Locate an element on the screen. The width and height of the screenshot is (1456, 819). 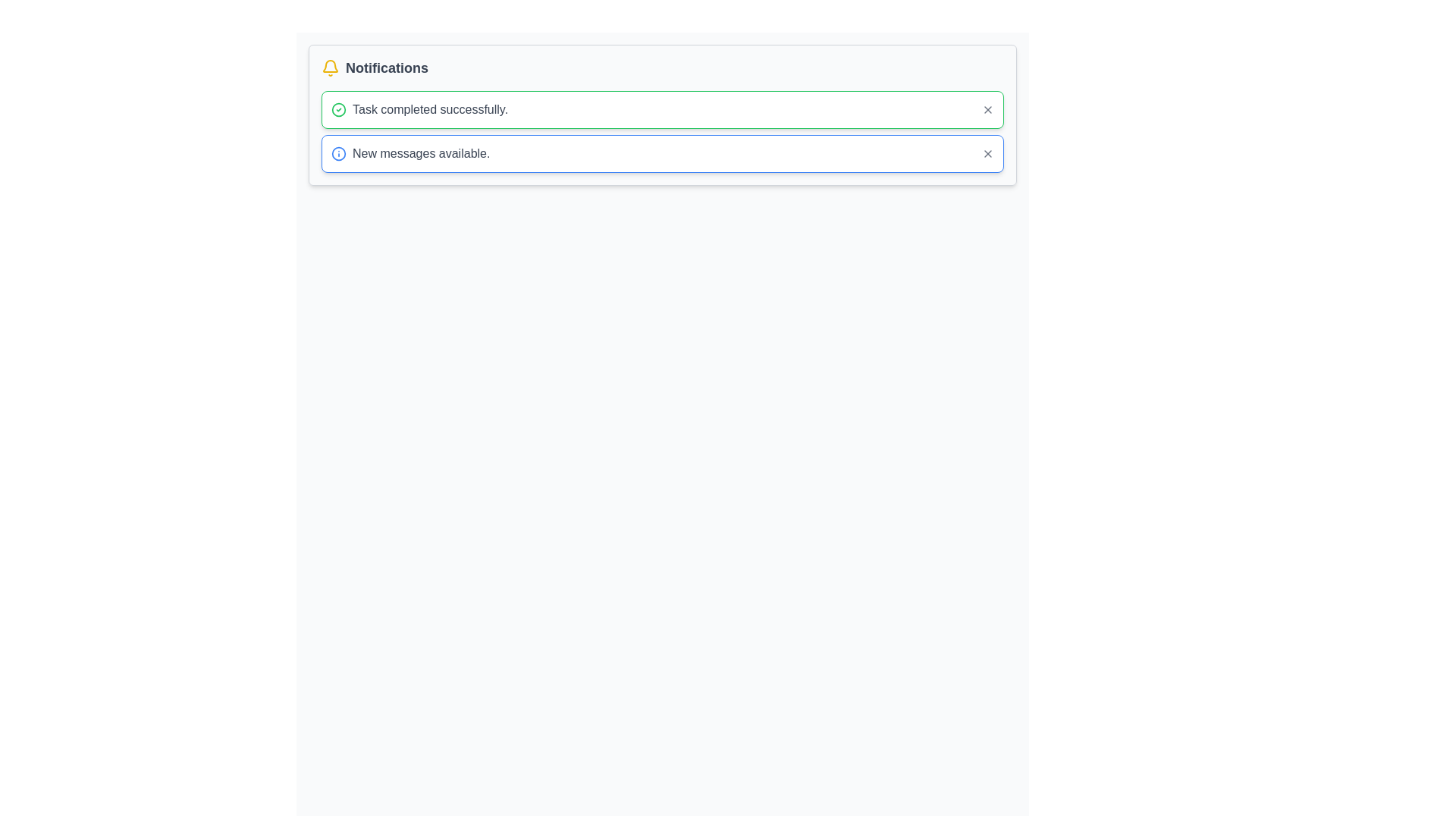
the green circular checkmark icon indicating a successful task, which is part of a notification message stating 'Task completed successfully.' is located at coordinates (337, 109).